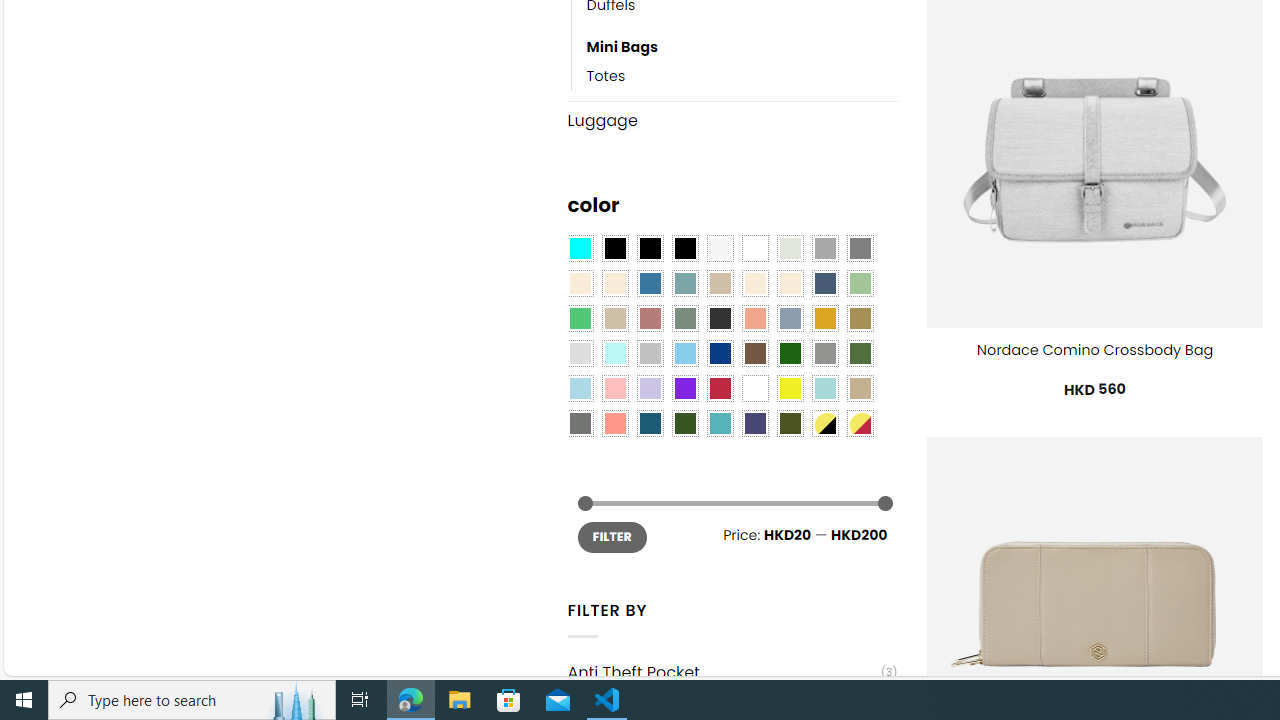 Image resolution: width=1280 pixels, height=720 pixels. I want to click on 'Khaki', so click(860, 388).